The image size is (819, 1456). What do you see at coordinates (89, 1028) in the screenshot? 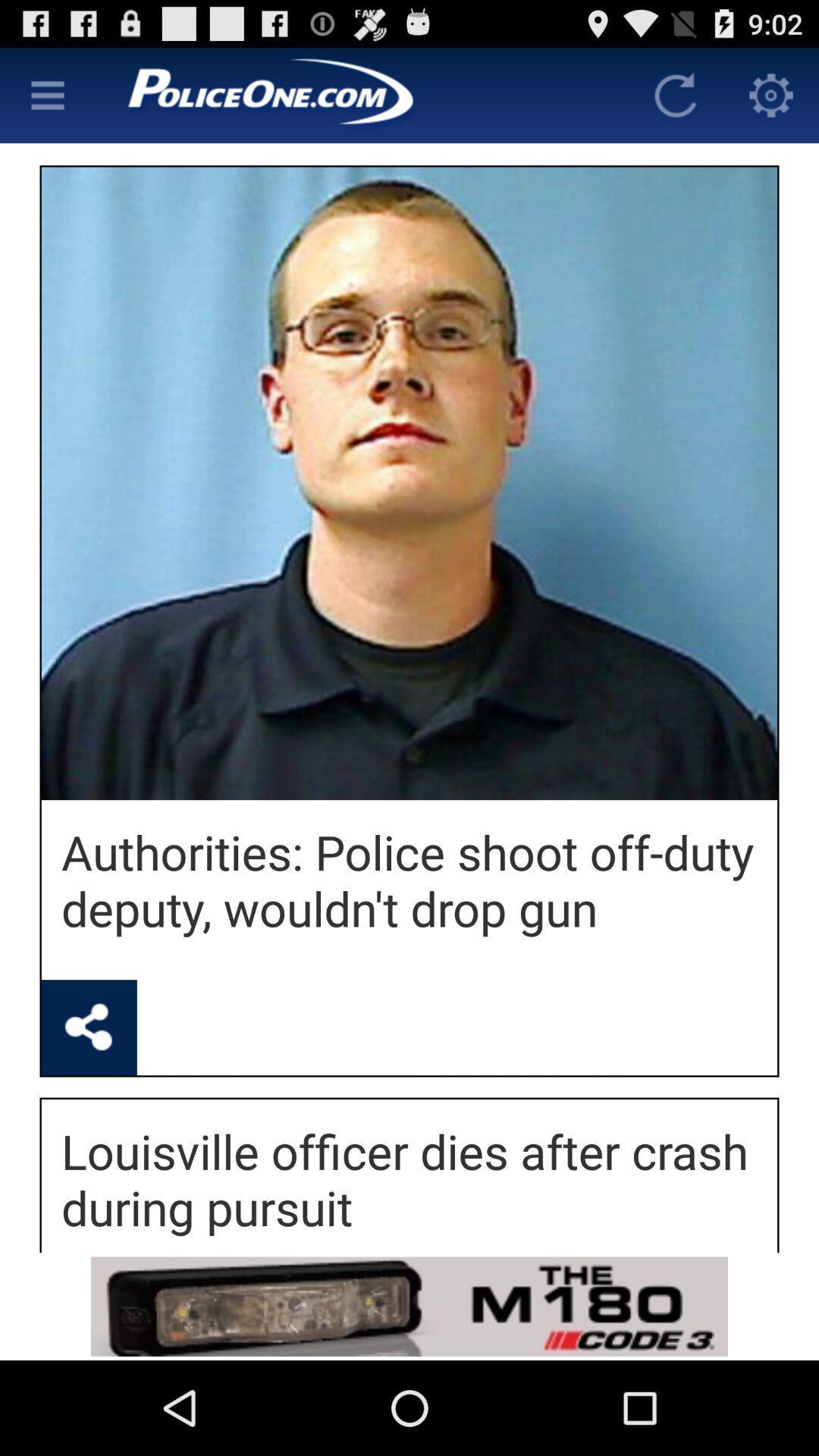
I see `share the article` at bounding box center [89, 1028].